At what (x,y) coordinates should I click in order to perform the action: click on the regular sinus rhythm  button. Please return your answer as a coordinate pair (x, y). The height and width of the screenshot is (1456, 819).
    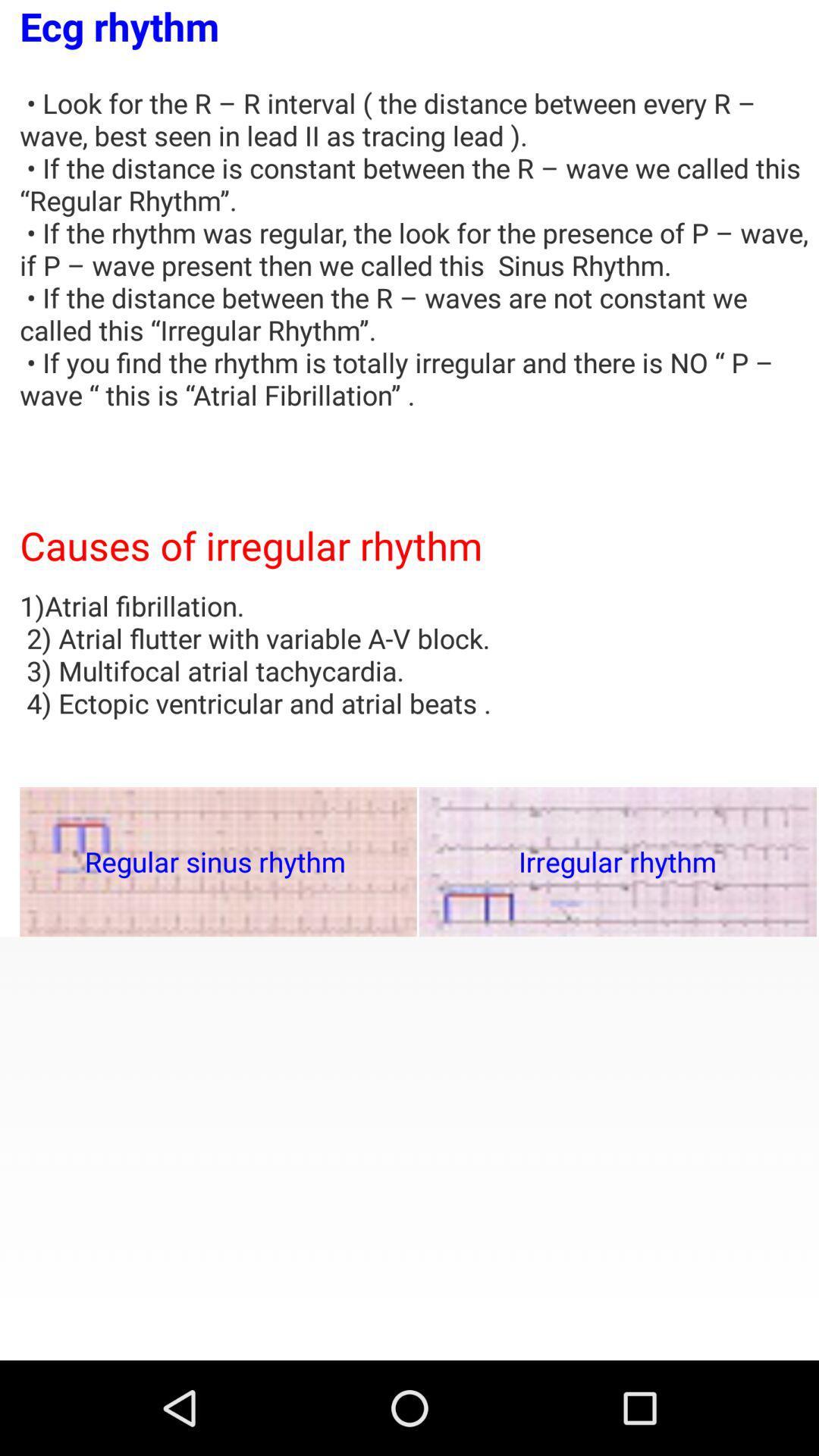
    Looking at the image, I should click on (218, 861).